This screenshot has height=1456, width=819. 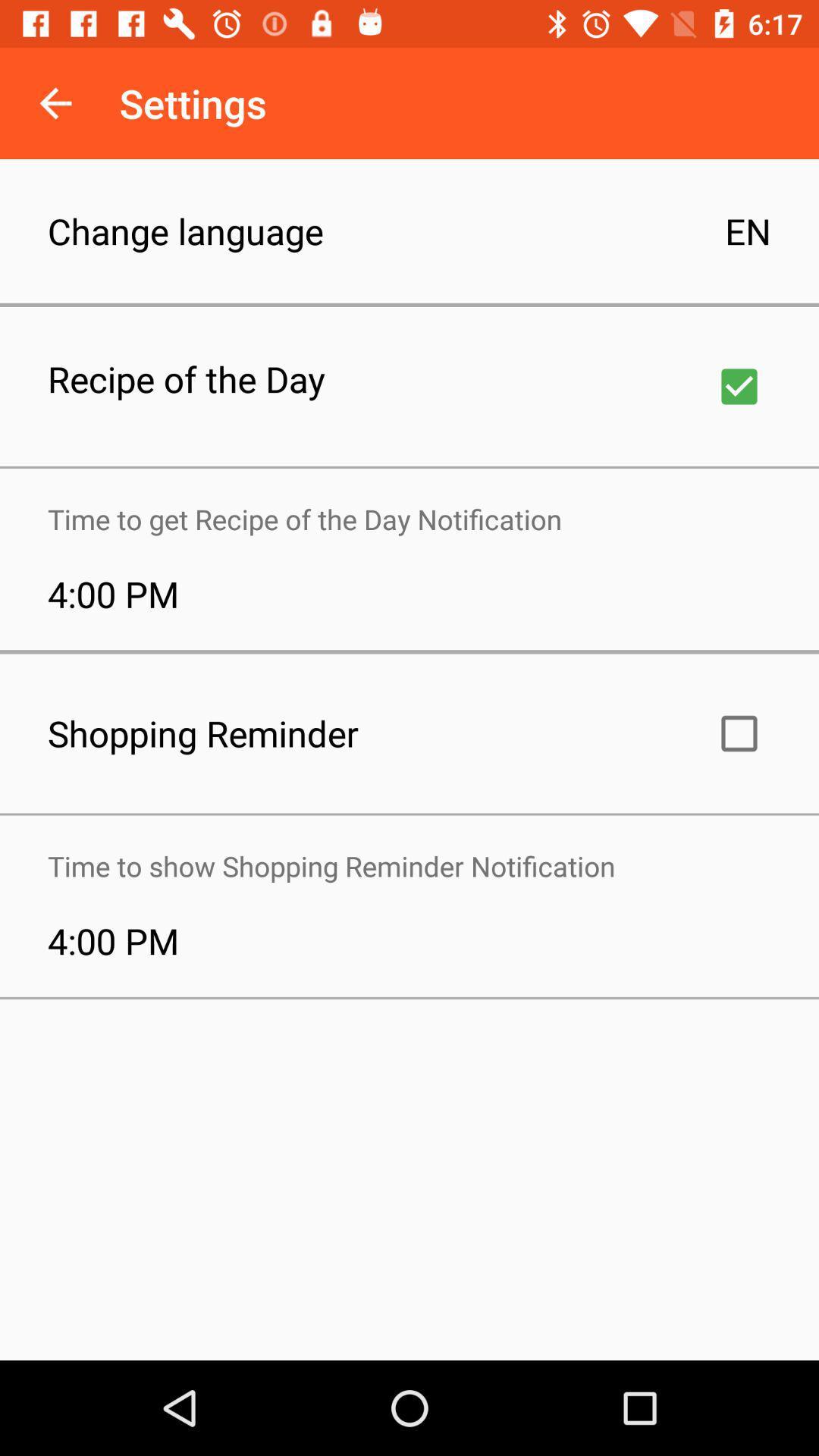 What do you see at coordinates (739, 386) in the screenshot?
I see `button to check` at bounding box center [739, 386].